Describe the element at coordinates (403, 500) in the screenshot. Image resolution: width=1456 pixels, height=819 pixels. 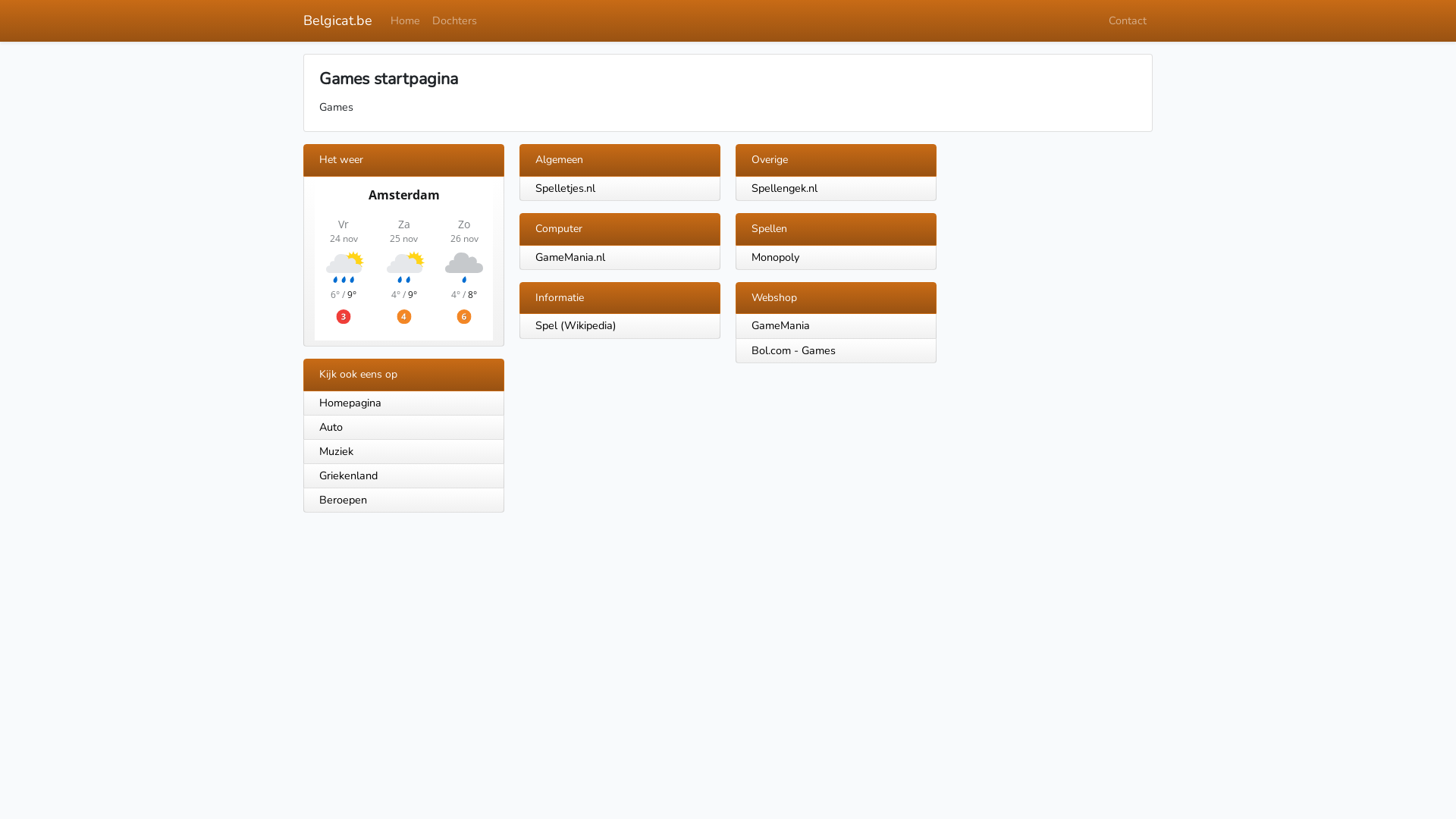
I see `'Beroepen'` at that location.